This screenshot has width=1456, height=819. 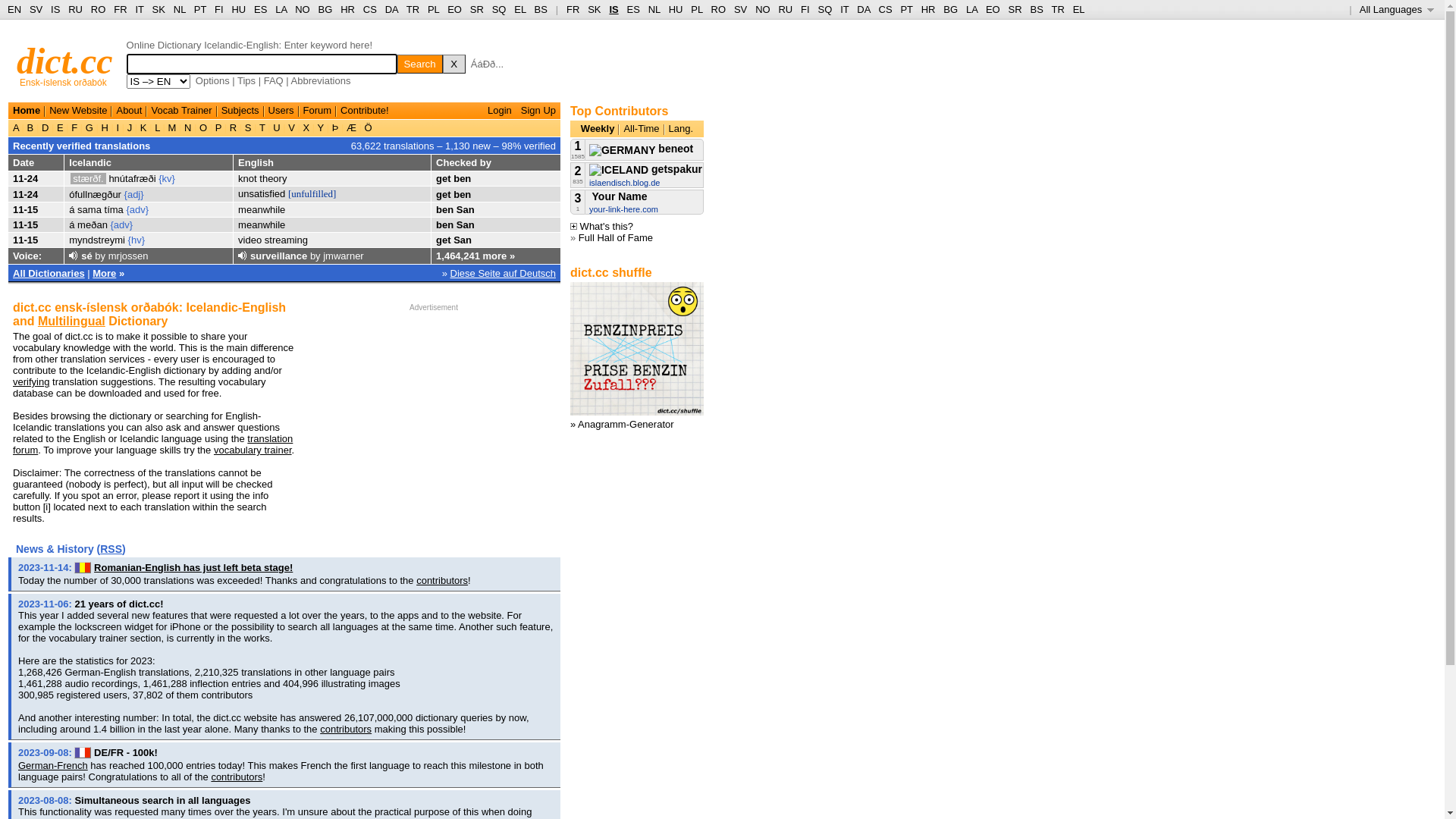 What do you see at coordinates (237, 193) in the screenshot?
I see `'unsatisfied [unfulfilled]'` at bounding box center [237, 193].